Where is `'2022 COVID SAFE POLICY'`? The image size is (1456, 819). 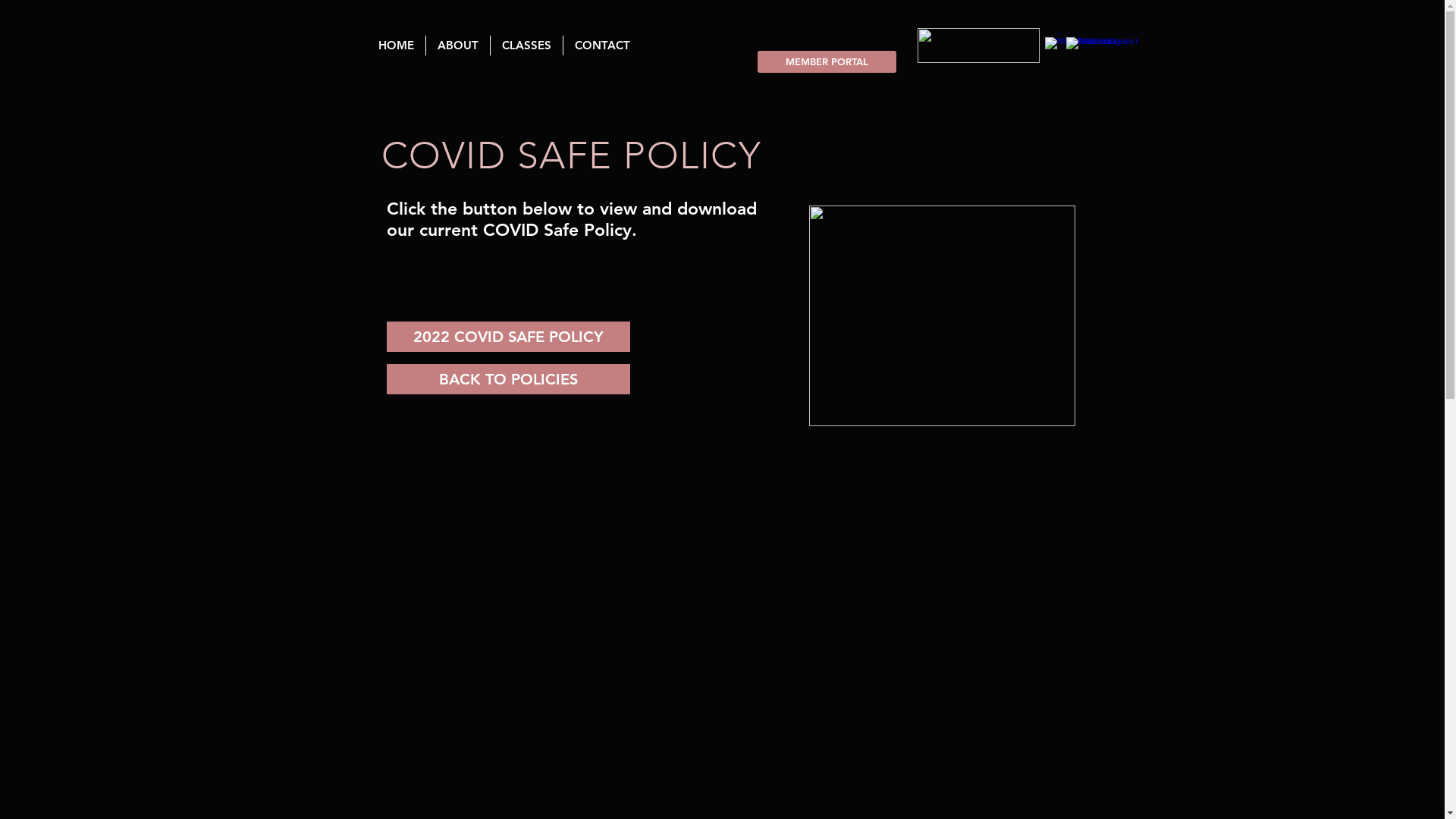
'2022 COVID SAFE POLICY' is located at coordinates (508, 335).